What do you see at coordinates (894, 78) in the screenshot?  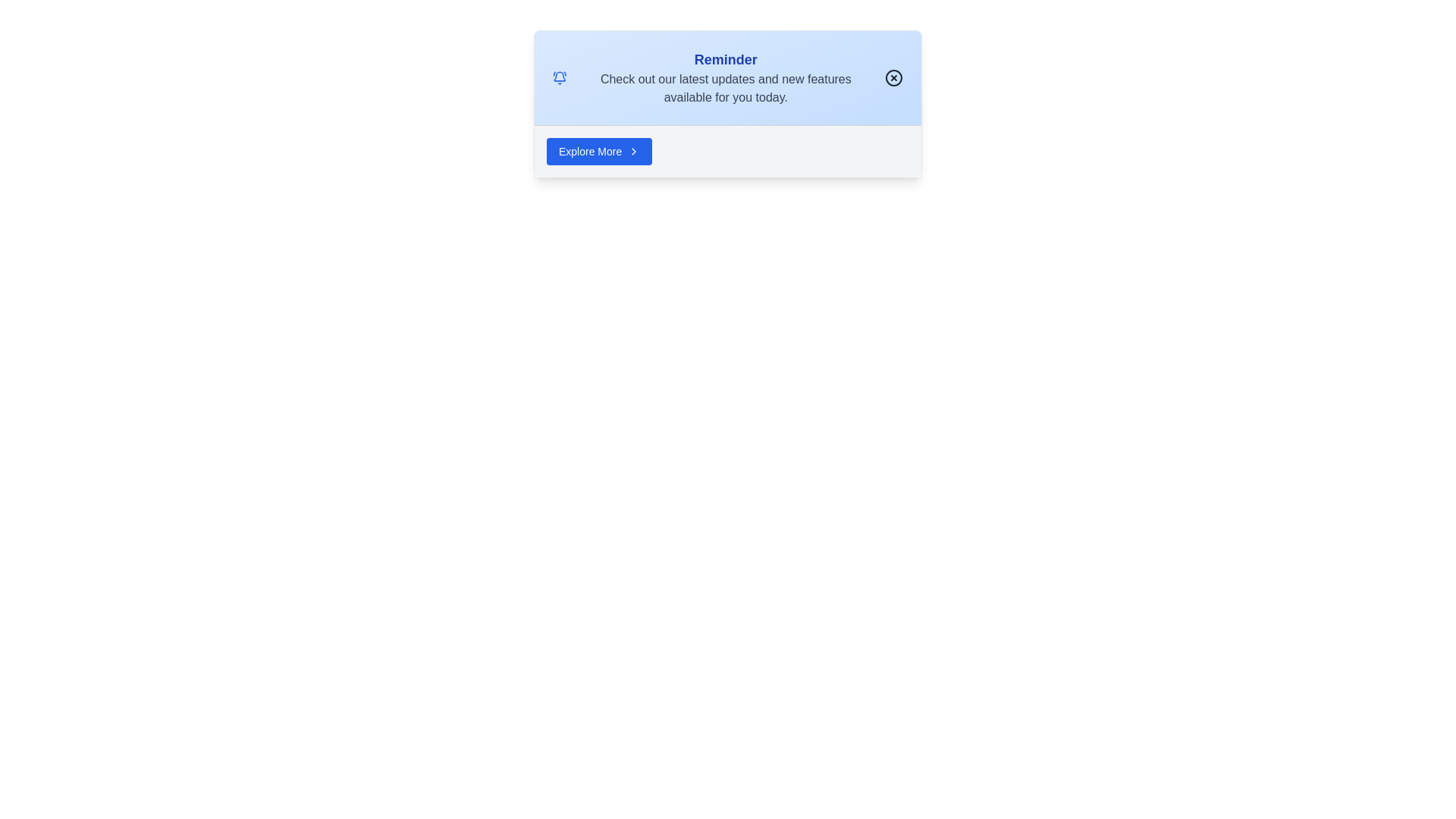 I see `the circle SVG shape located at the top-right corner of the notification card` at bounding box center [894, 78].